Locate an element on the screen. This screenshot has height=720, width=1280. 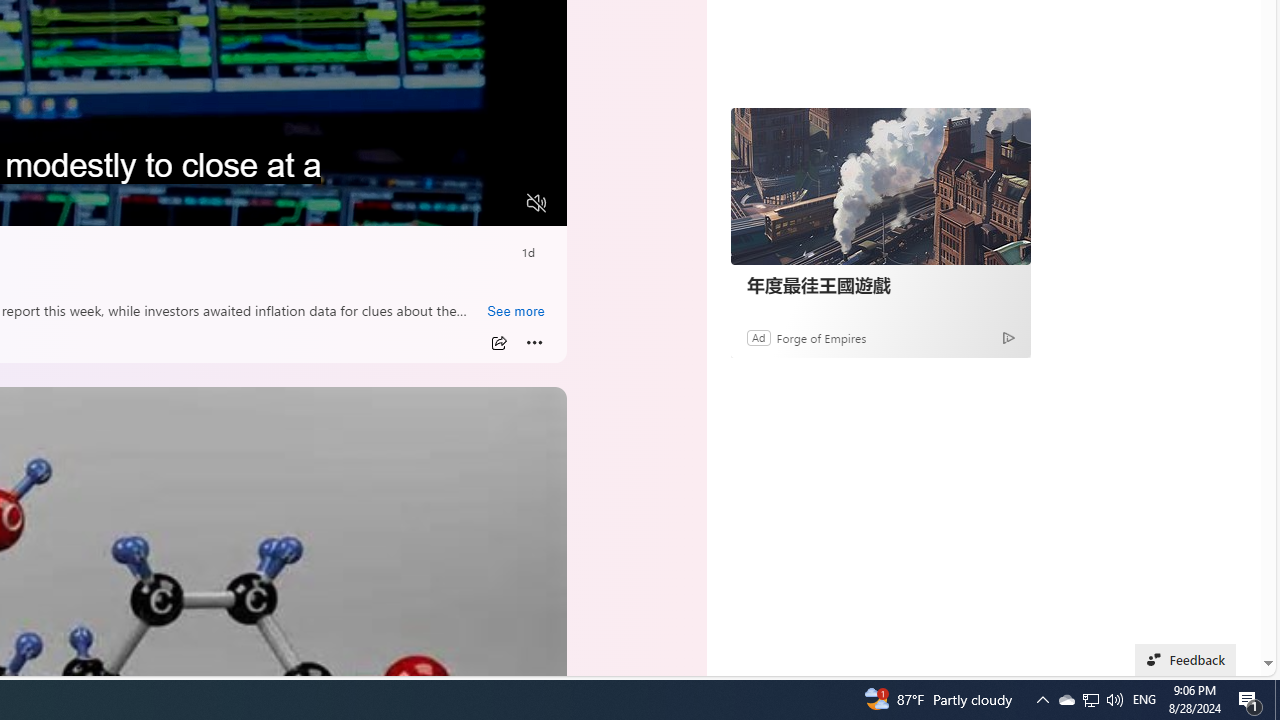
'See more' is located at coordinates (515, 312).